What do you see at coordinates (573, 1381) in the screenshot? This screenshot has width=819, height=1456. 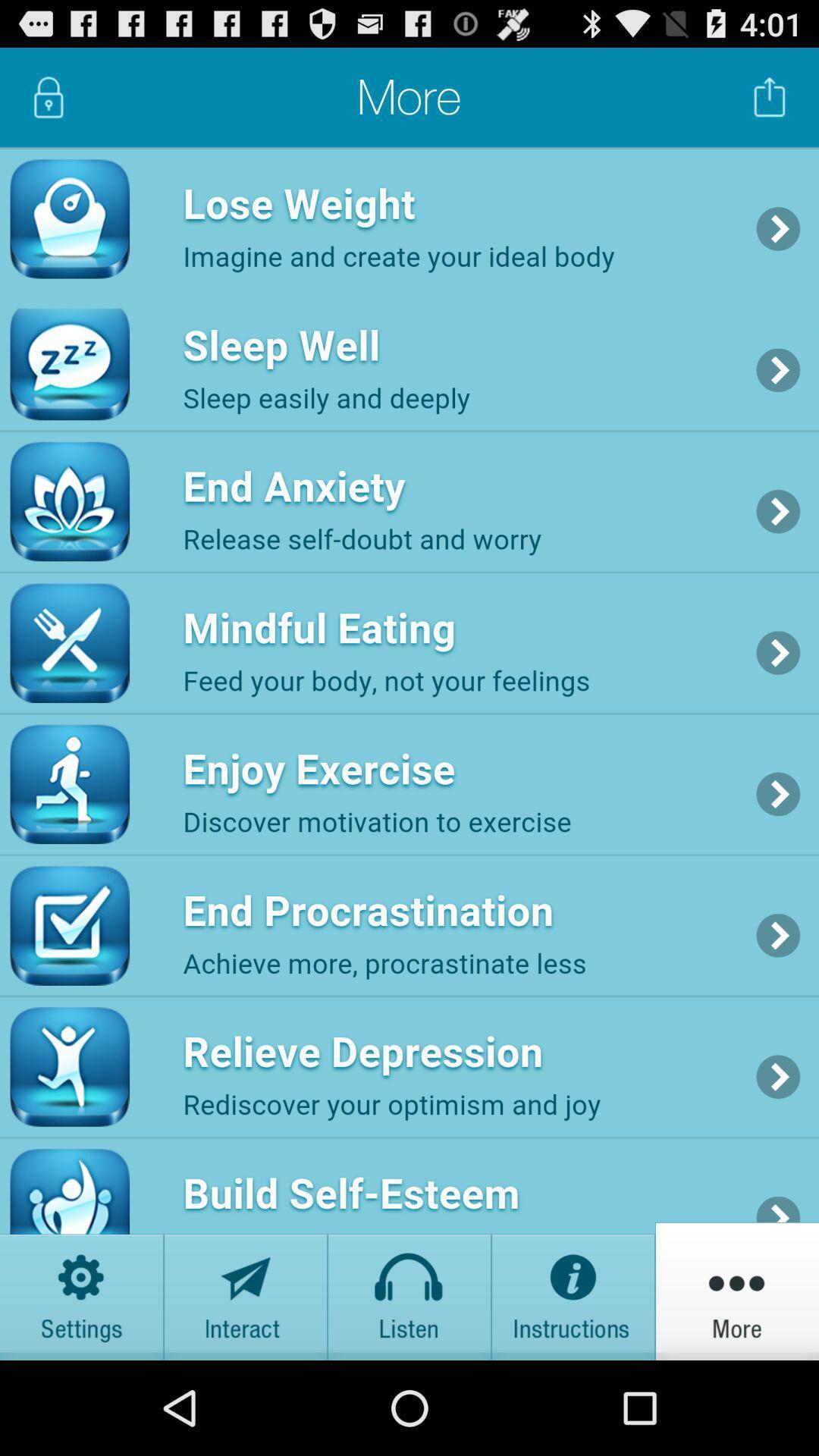 I see `the info icon` at bounding box center [573, 1381].